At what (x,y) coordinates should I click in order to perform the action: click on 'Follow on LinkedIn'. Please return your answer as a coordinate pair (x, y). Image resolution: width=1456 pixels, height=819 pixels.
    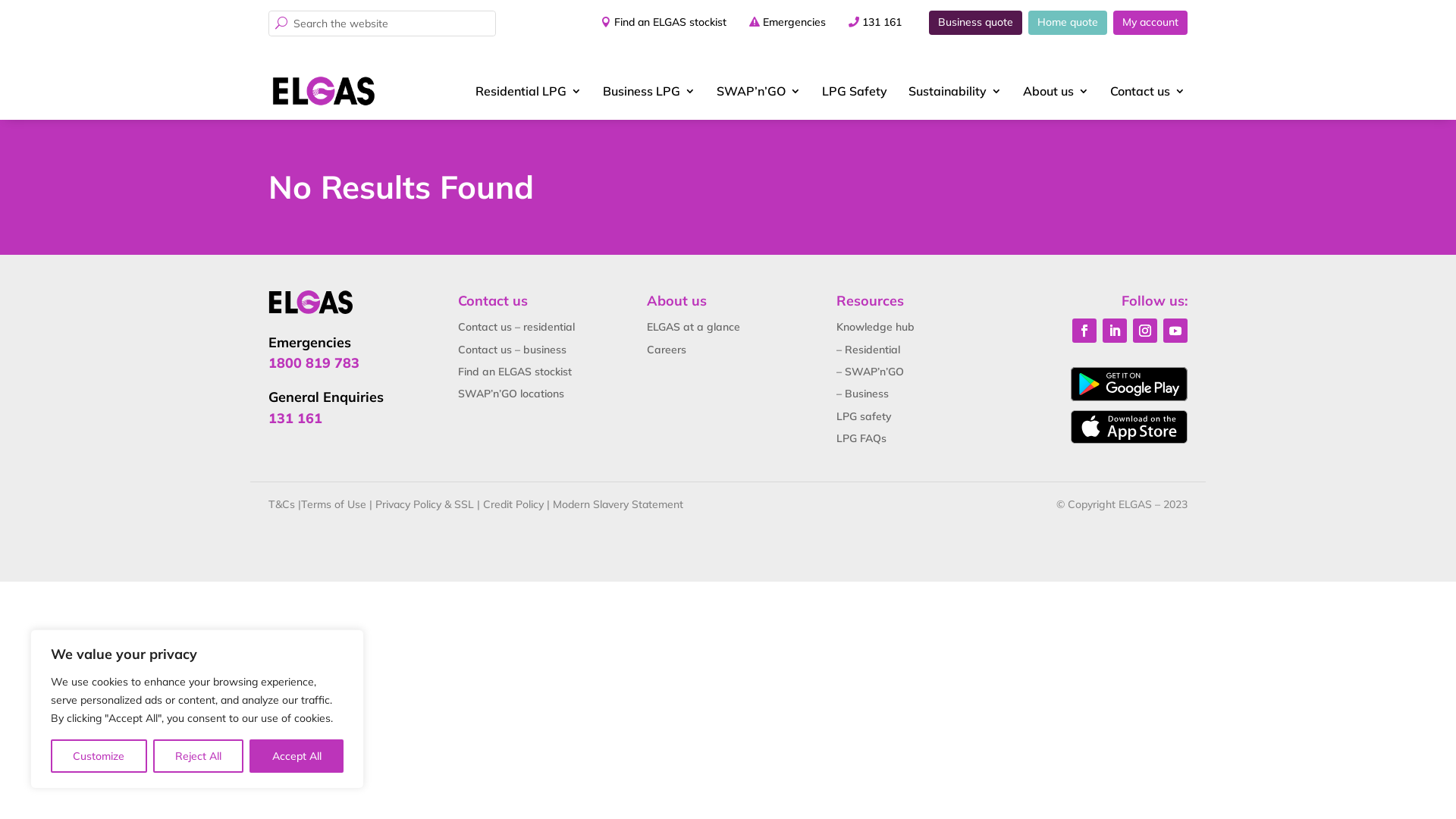
    Looking at the image, I should click on (1114, 329).